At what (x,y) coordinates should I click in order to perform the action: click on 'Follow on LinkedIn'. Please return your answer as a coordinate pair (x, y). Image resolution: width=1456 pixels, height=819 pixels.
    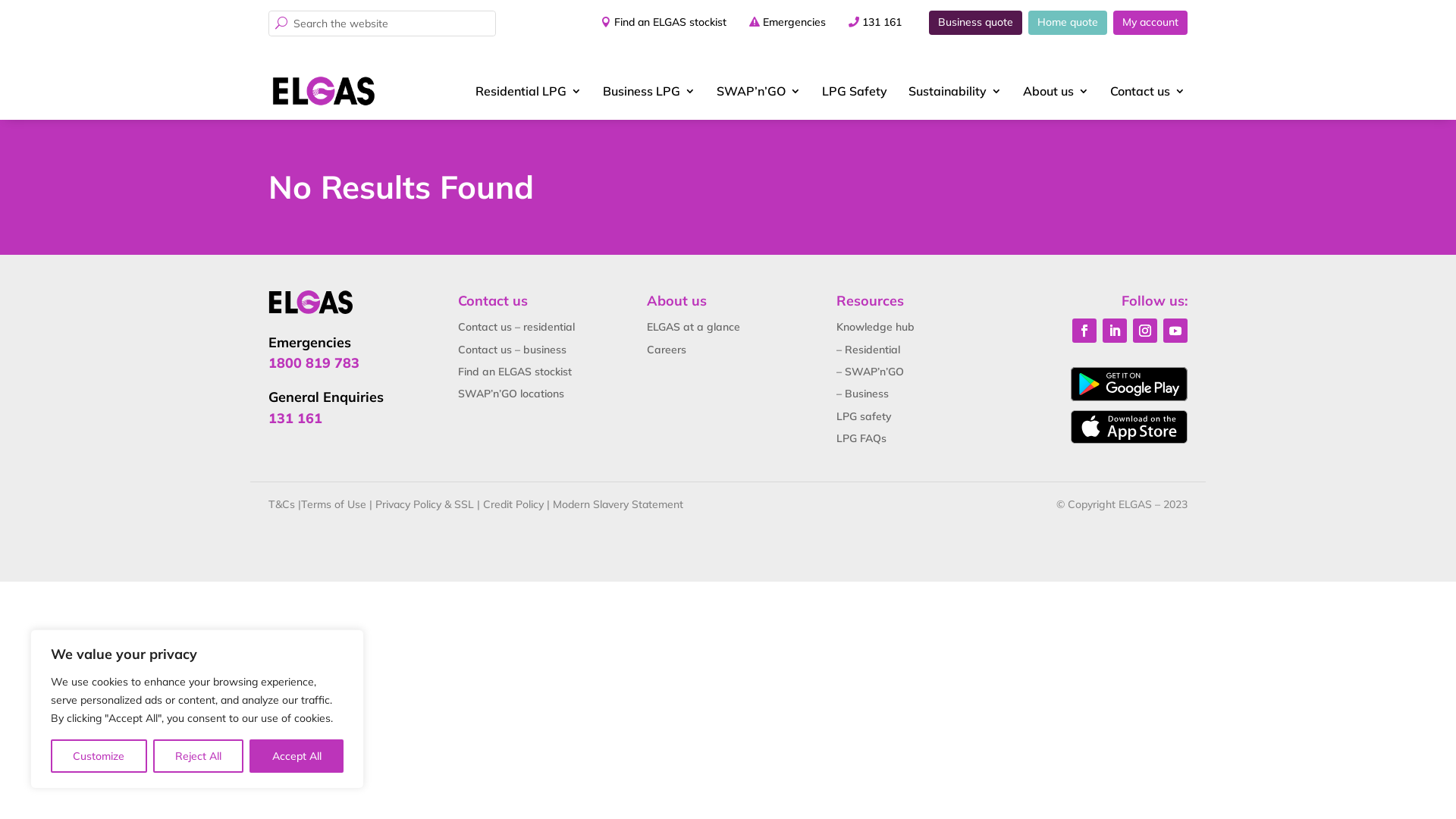
    Looking at the image, I should click on (1114, 329).